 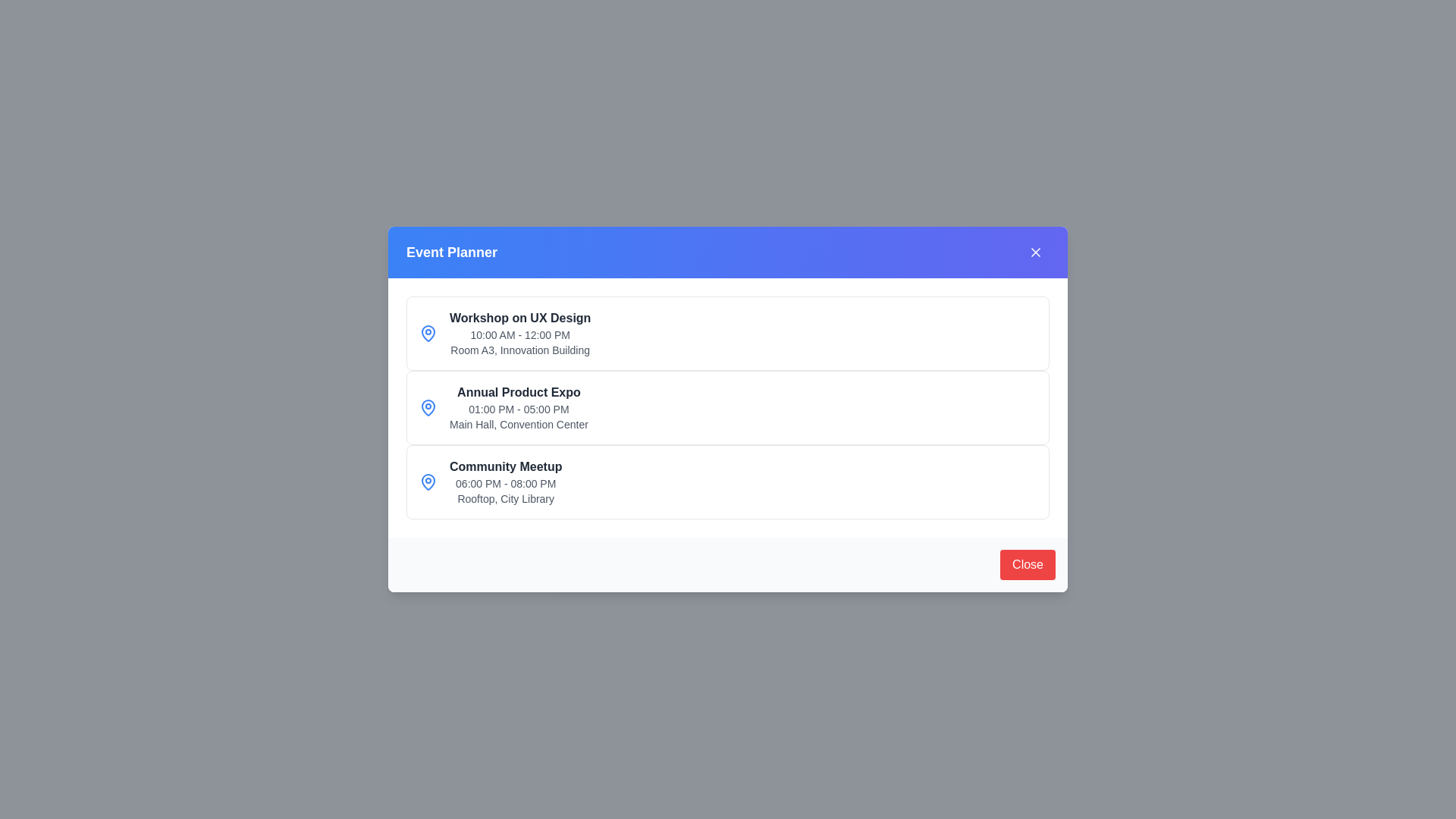 I want to click on 'Close' button in the footer to dismiss the dialog, so click(x=1028, y=564).